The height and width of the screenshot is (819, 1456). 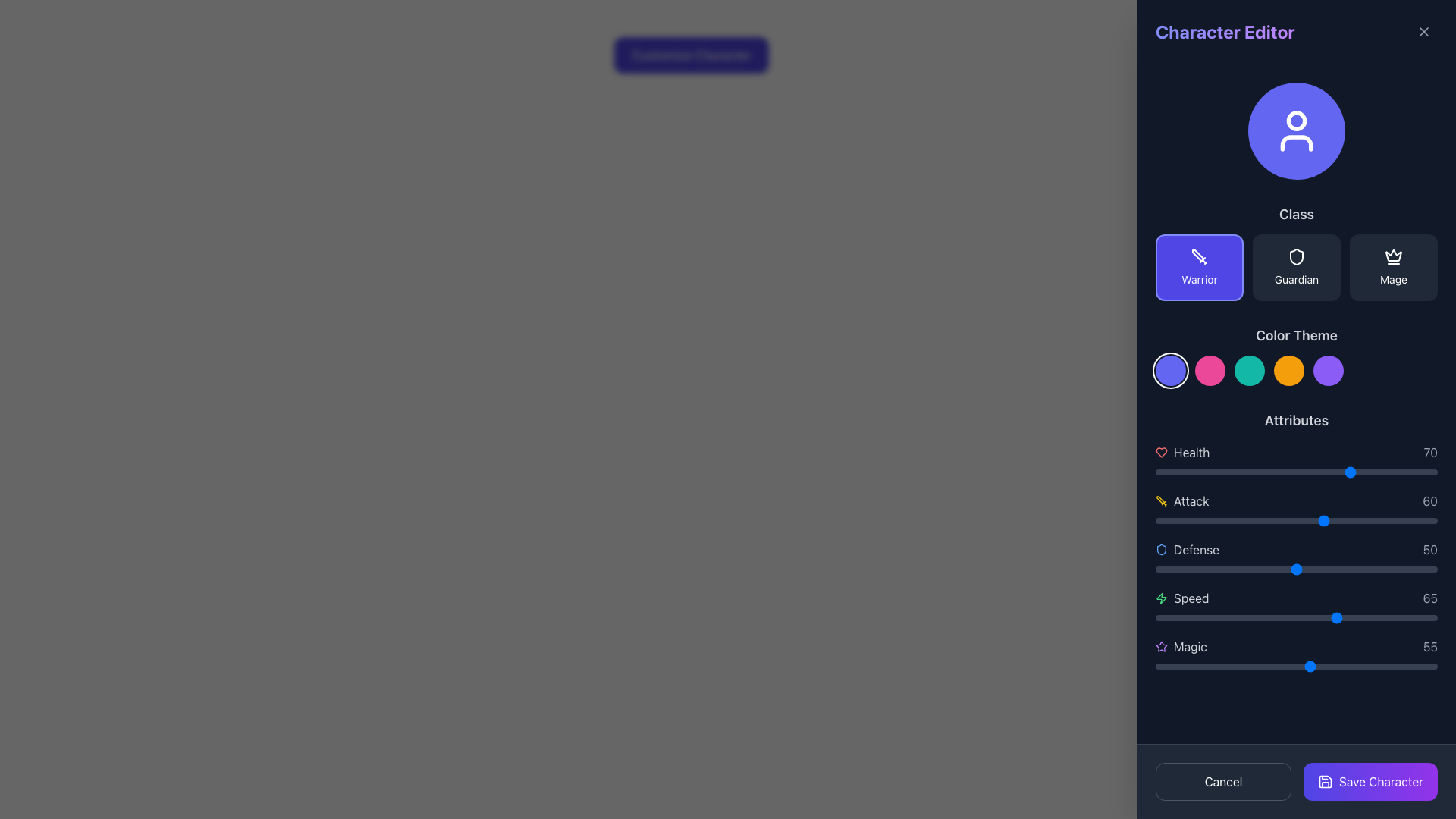 I want to click on the save button located at the bottom-right corner of the UI panel, so click(x=1370, y=781).